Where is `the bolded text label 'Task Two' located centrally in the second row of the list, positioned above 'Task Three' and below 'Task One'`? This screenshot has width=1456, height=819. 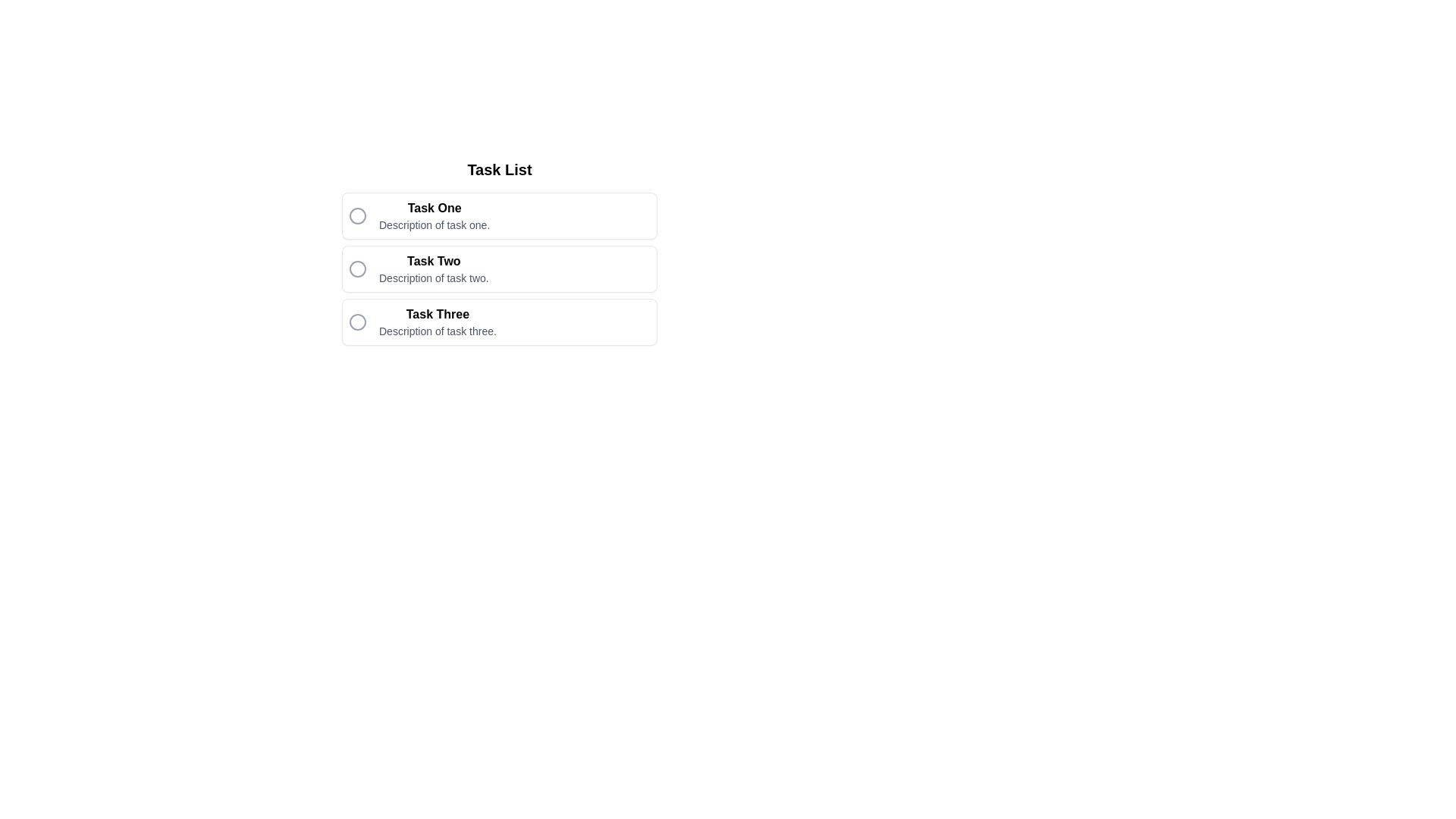
the bolded text label 'Task Two' located centrally in the second row of the list, positioned above 'Task Three' and below 'Task One' is located at coordinates (433, 260).